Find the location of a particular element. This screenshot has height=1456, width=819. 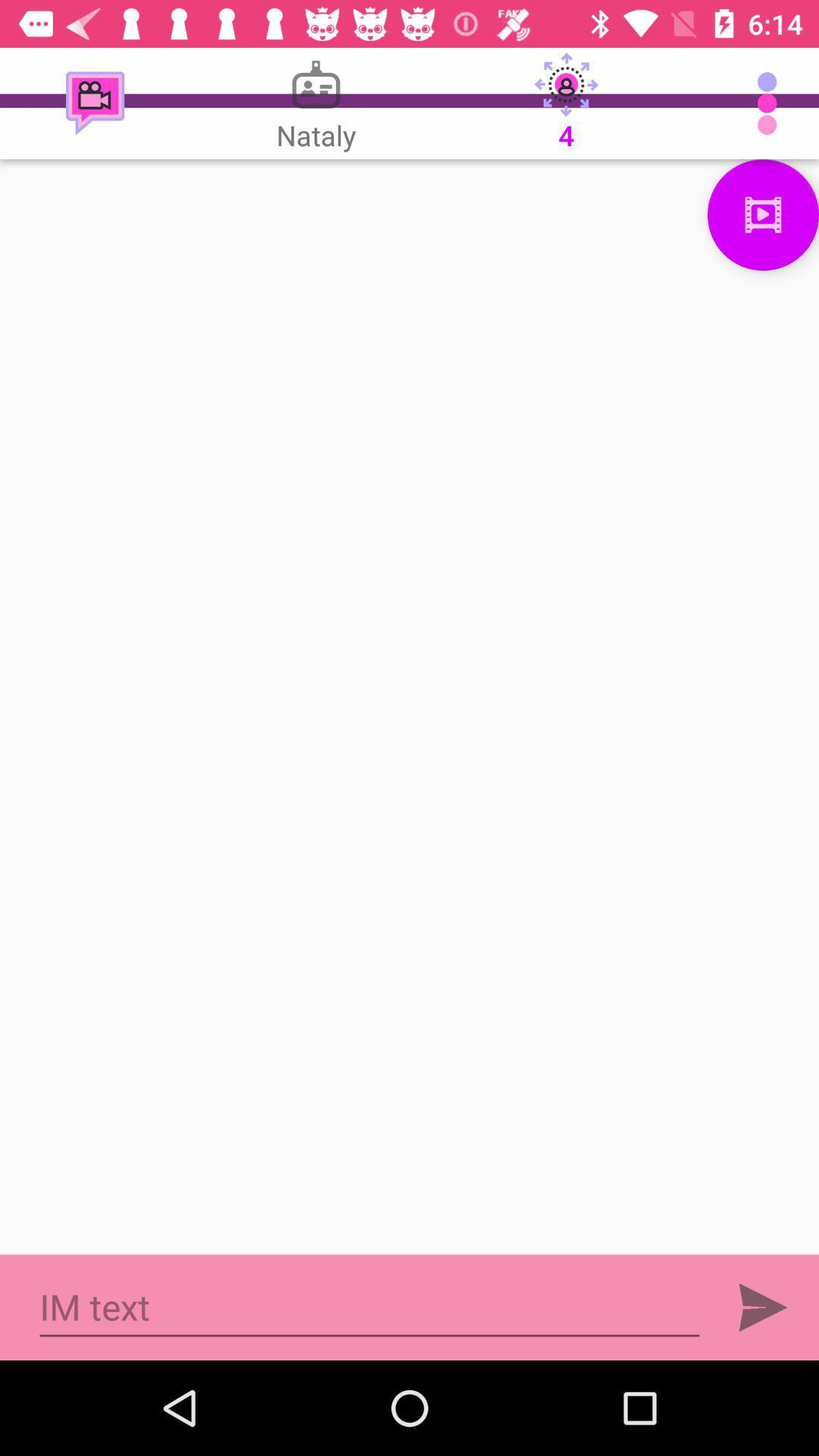

the send icon is located at coordinates (763, 1307).